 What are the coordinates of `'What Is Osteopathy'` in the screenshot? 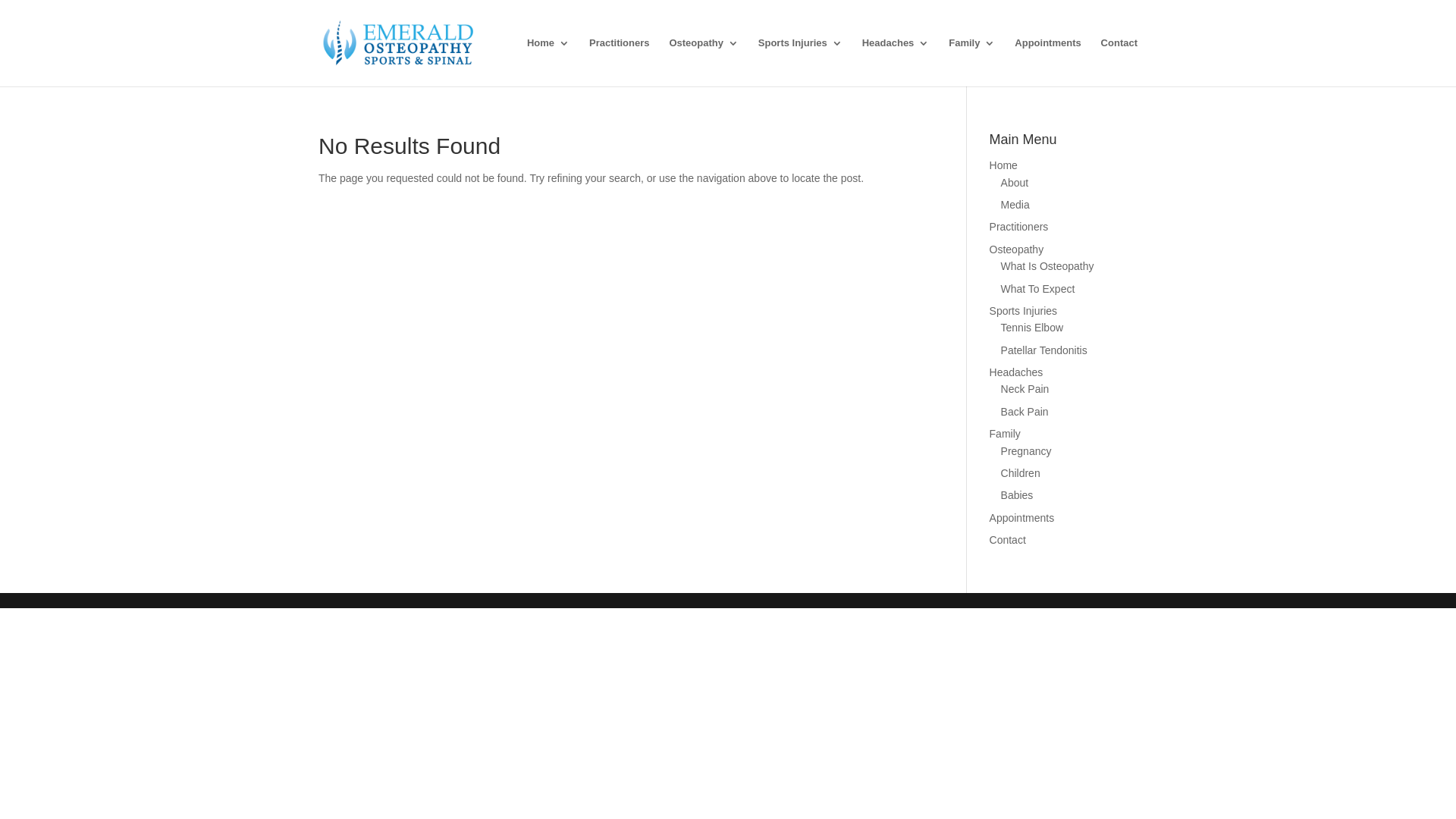 It's located at (1046, 265).